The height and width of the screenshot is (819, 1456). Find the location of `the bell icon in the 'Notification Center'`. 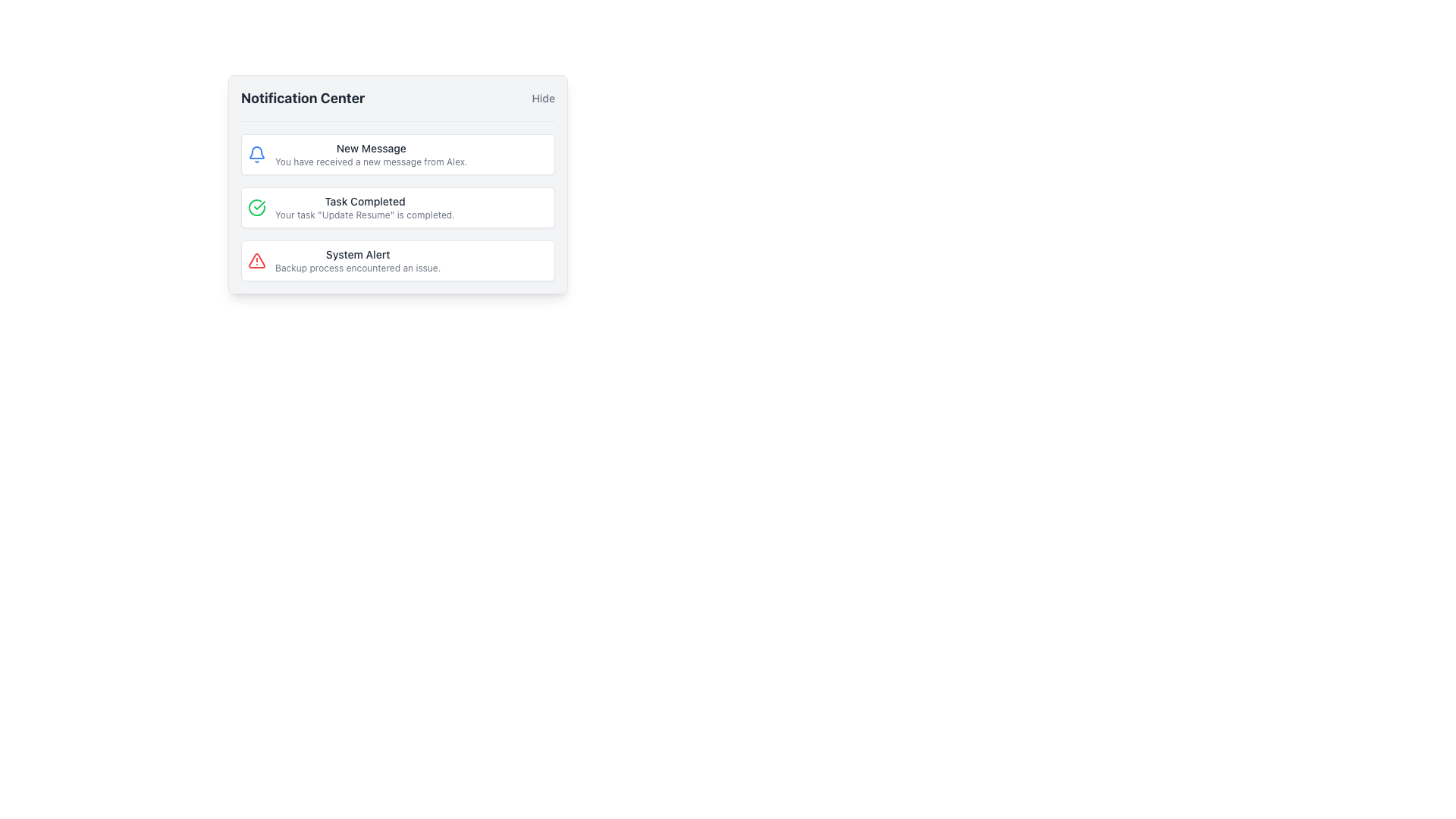

the bell icon in the 'Notification Center' is located at coordinates (257, 155).